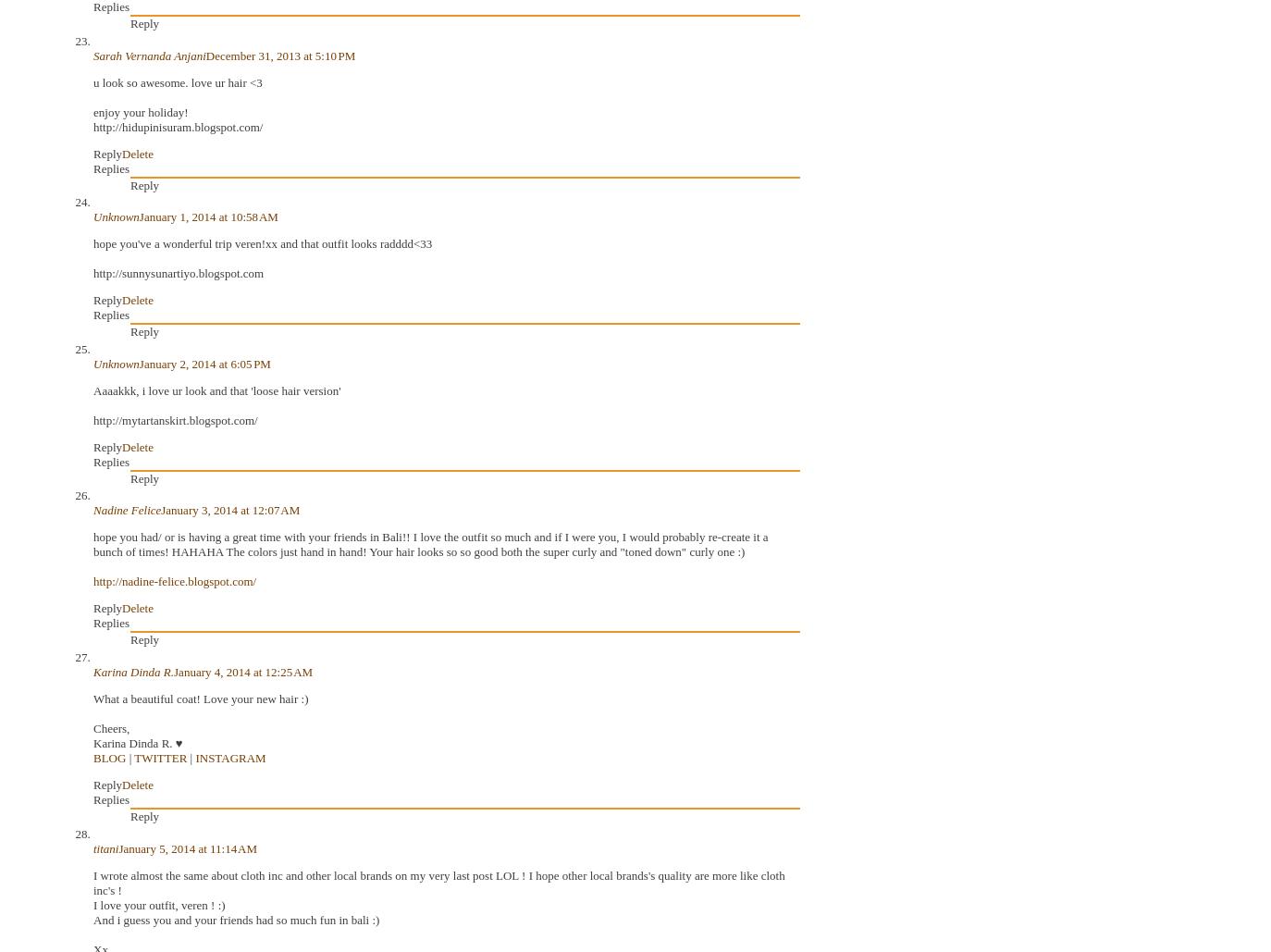 The image size is (1271, 952). What do you see at coordinates (262, 242) in the screenshot?
I see `'hope you've a wonderful trip veren!xx and that outfit looks radddd<33'` at bounding box center [262, 242].